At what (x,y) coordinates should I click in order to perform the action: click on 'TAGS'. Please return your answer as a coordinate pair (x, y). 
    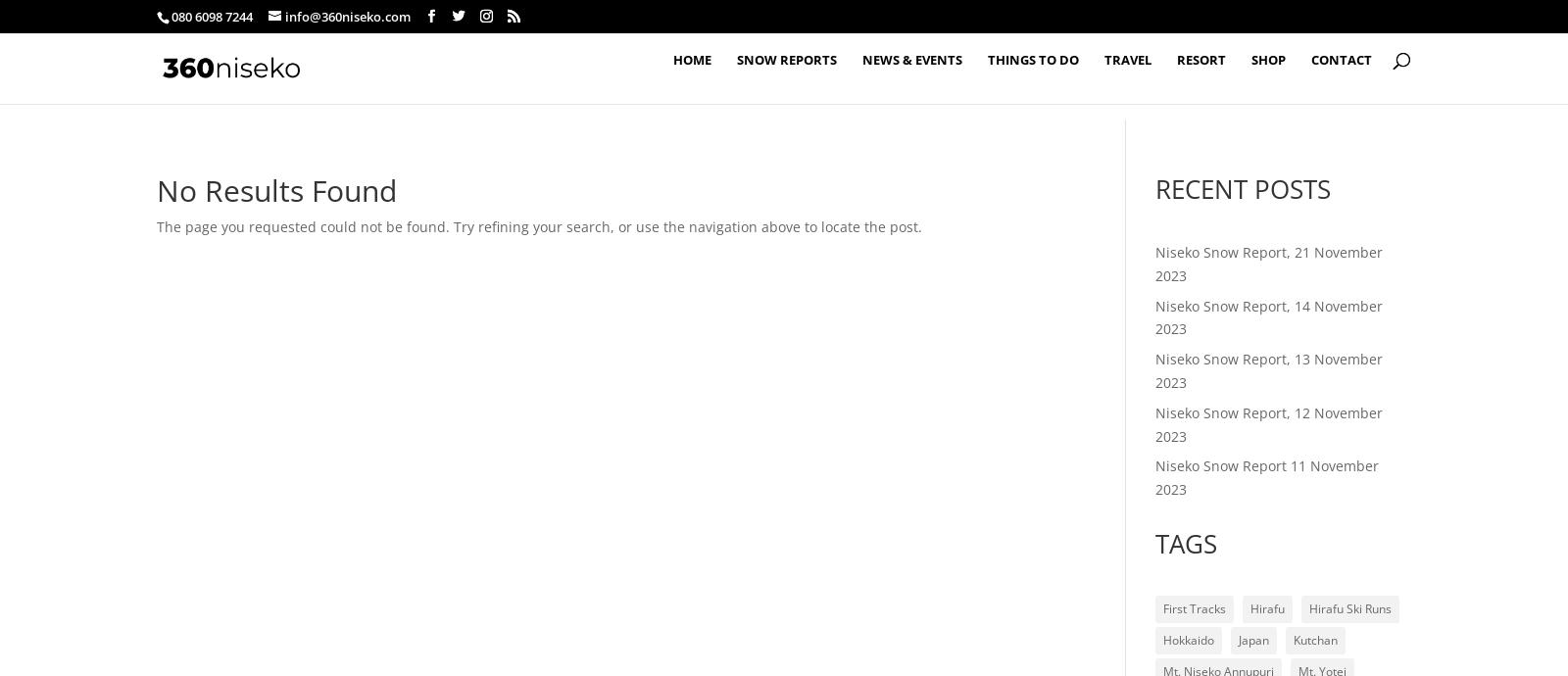
    Looking at the image, I should click on (1153, 543).